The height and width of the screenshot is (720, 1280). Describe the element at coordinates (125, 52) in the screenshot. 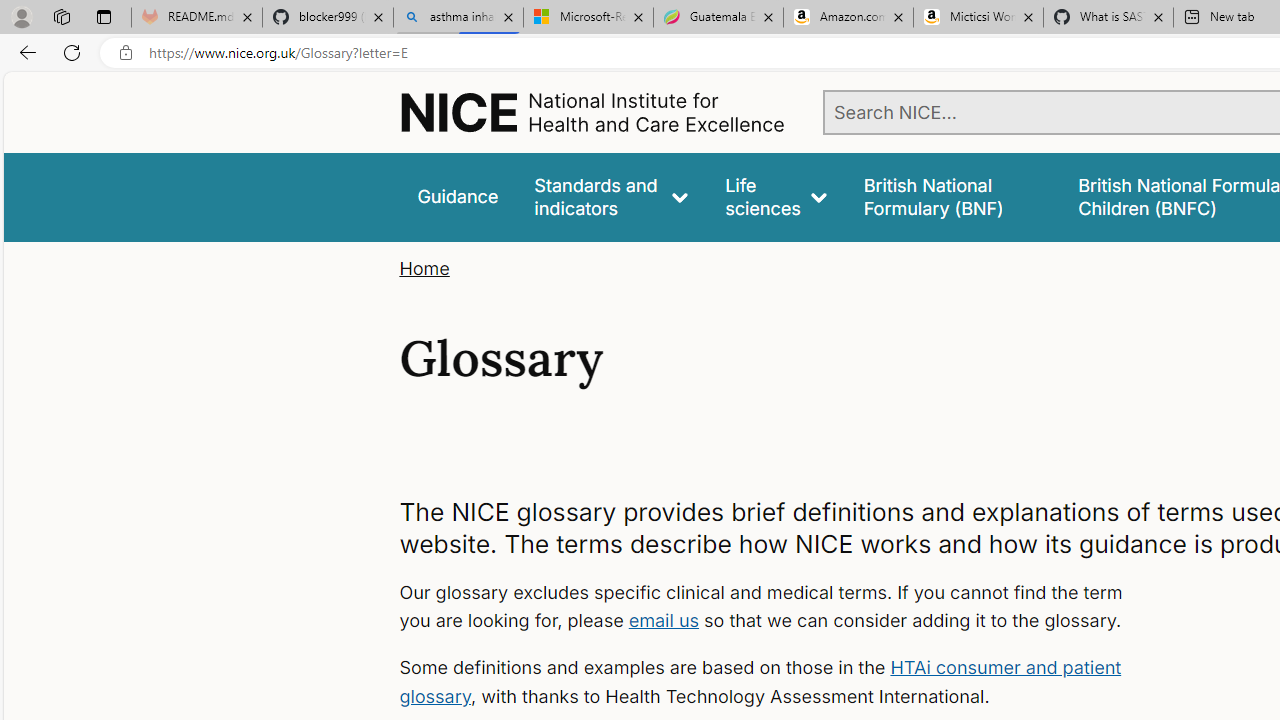

I see `'View site information'` at that location.